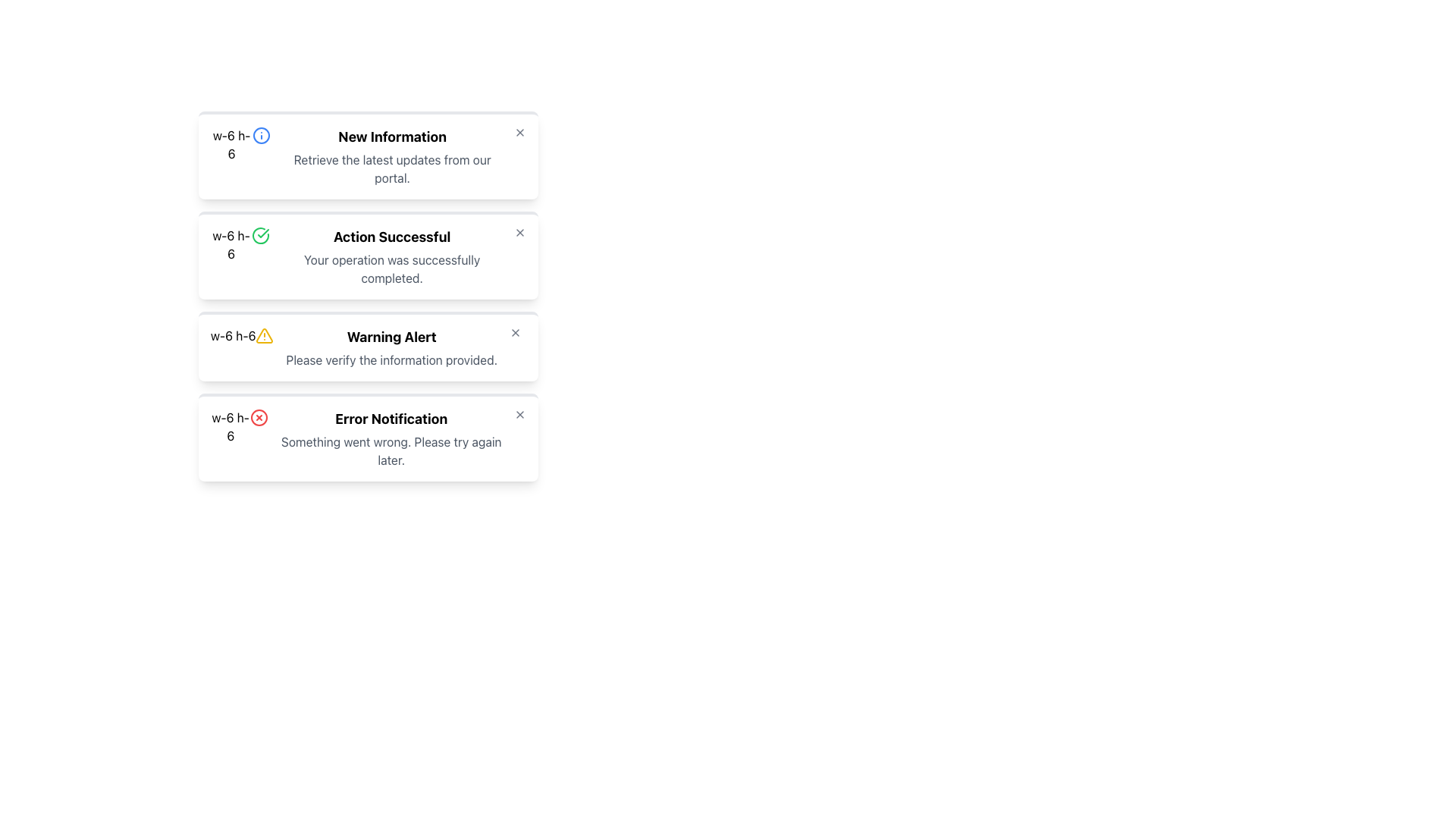 This screenshot has width=1456, height=819. I want to click on error message from the notification box titled 'Error Notification' which states 'Something went wrong. Please try again later.', so click(391, 438).